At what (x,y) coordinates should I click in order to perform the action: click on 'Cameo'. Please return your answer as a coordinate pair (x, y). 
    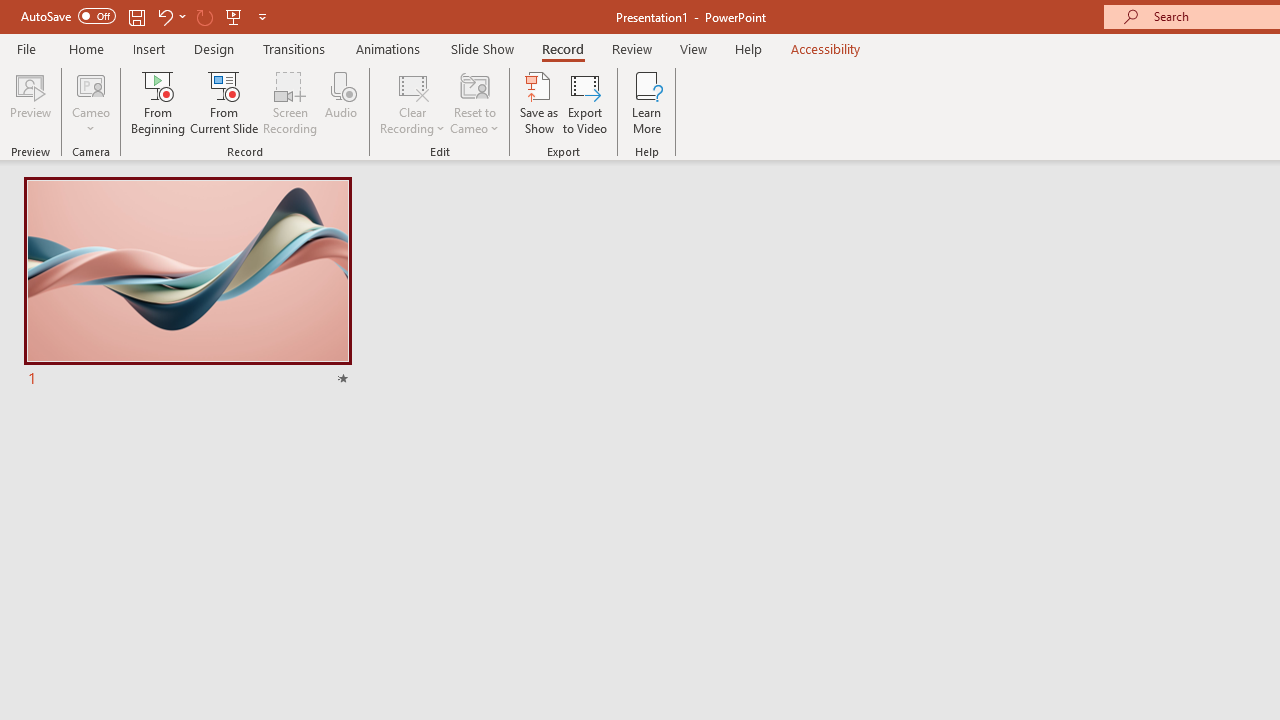
    Looking at the image, I should click on (90, 84).